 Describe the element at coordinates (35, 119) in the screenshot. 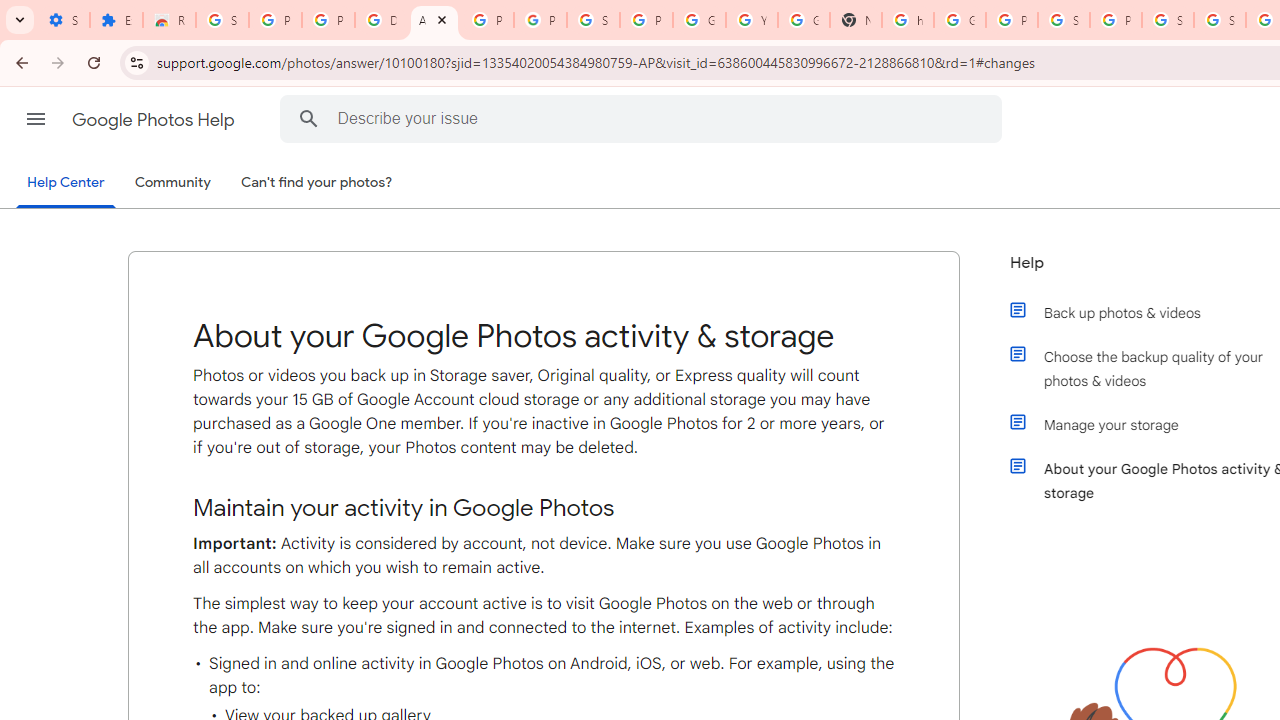

I see `'Main menu'` at that location.